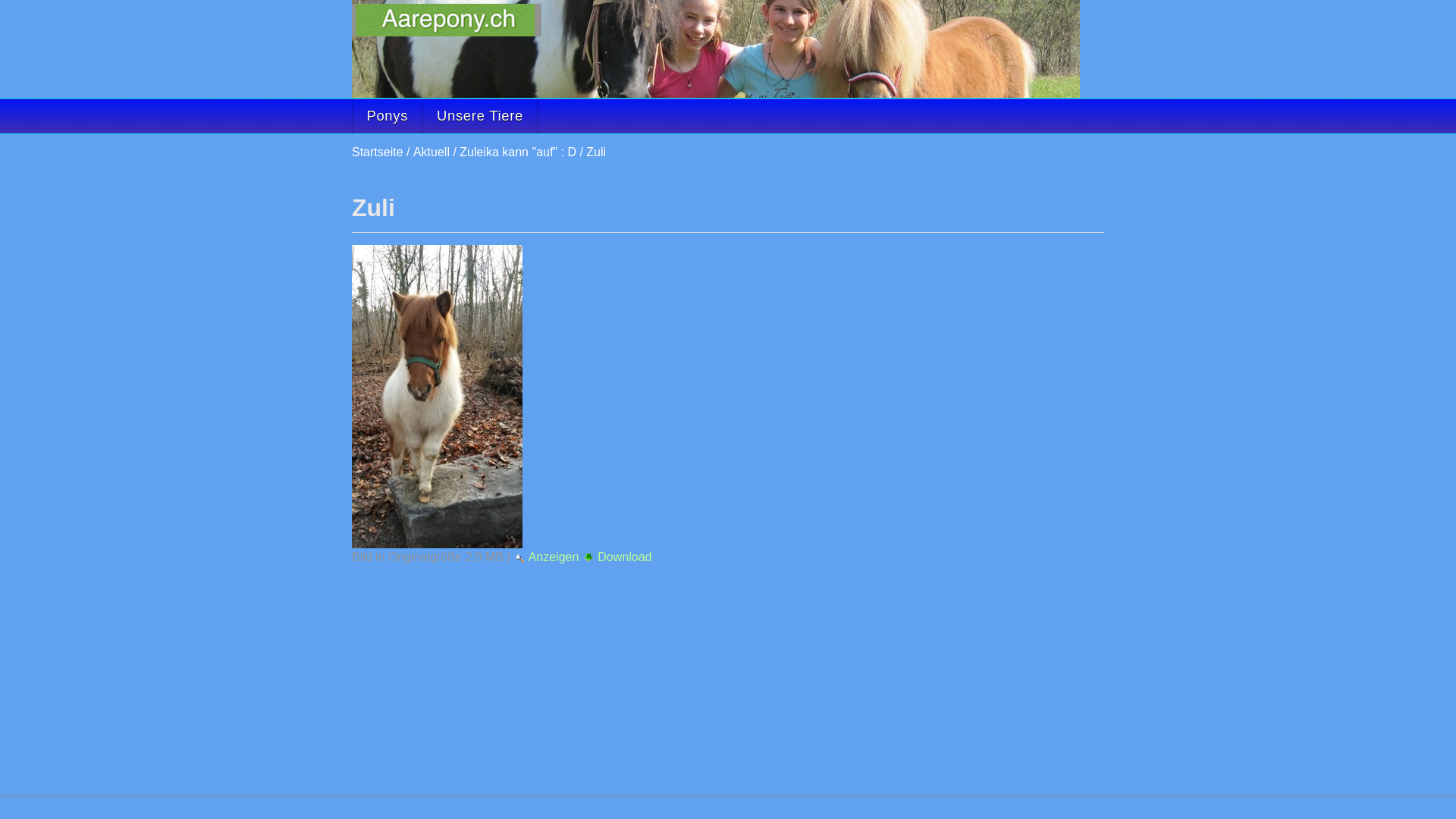 This screenshot has width=1456, height=819. Describe the element at coordinates (595, 152) in the screenshot. I see `'Zuli'` at that location.